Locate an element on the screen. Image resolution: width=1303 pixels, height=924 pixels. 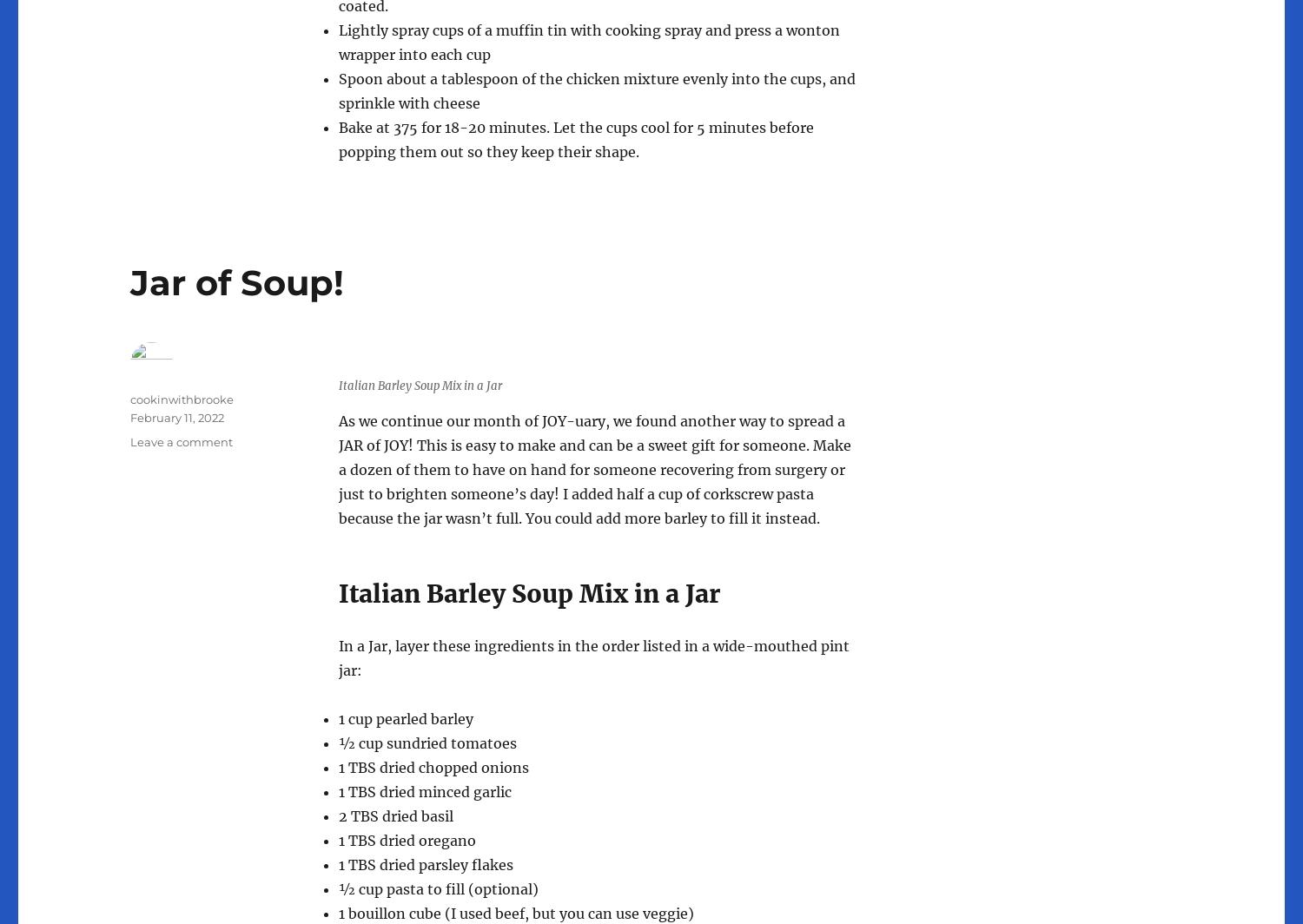
'2 TBS dried basil' is located at coordinates (395, 815).